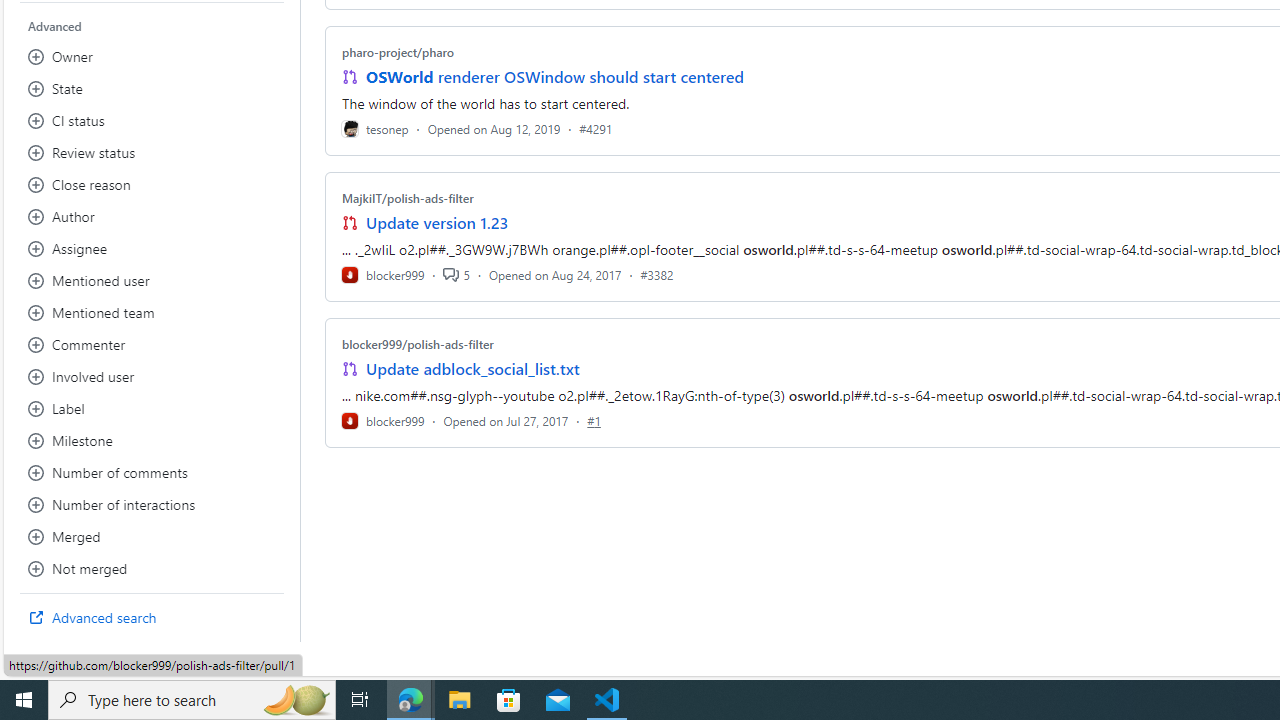 This screenshot has width=1280, height=720. What do you see at coordinates (375, 128) in the screenshot?
I see `'tesonep'` at bounding box center [375, 128].